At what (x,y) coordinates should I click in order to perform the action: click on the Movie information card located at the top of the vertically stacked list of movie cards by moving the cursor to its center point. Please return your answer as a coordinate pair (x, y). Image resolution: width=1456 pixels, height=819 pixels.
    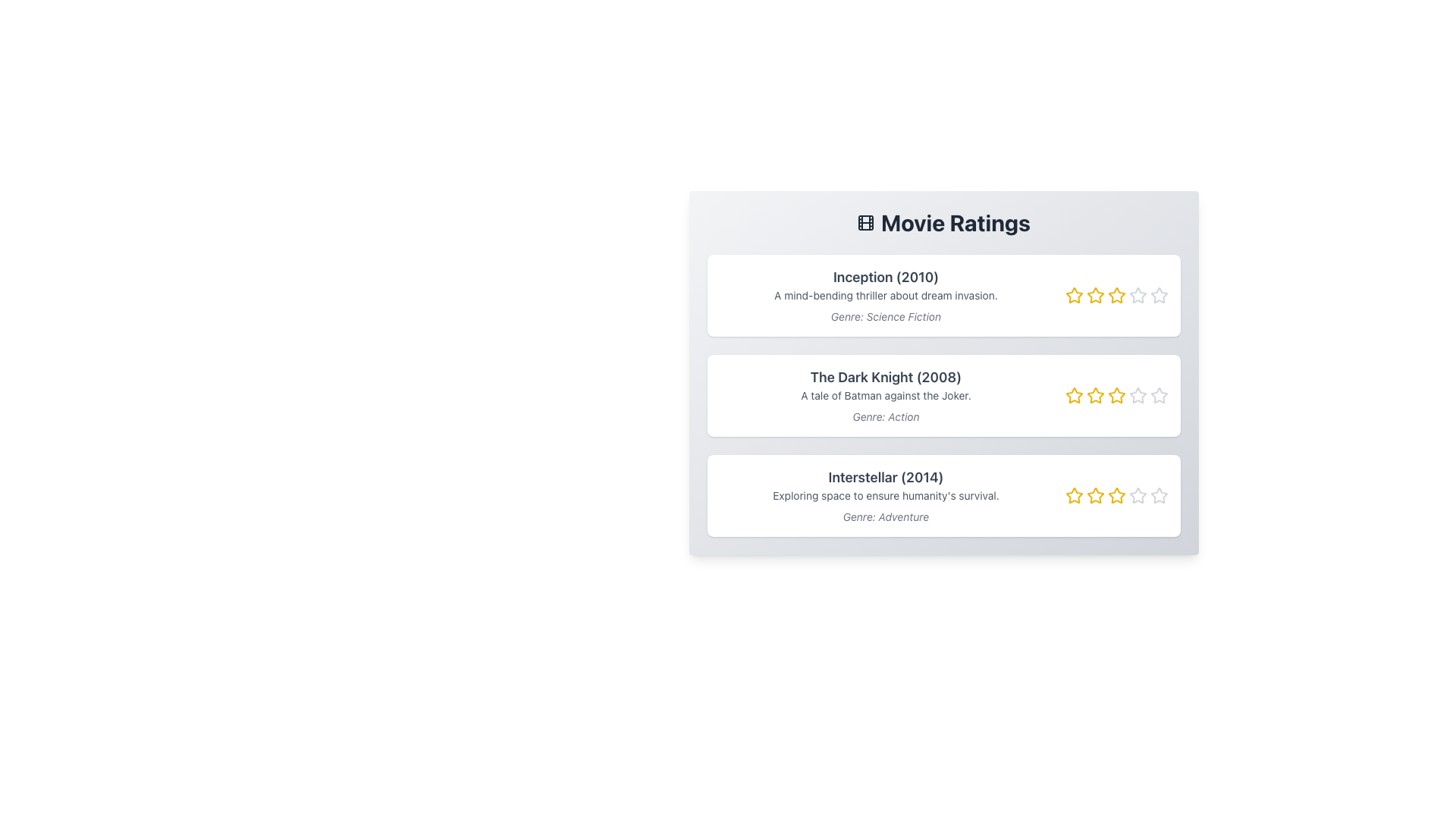
    Looking at the image, I should click on (943, 295).